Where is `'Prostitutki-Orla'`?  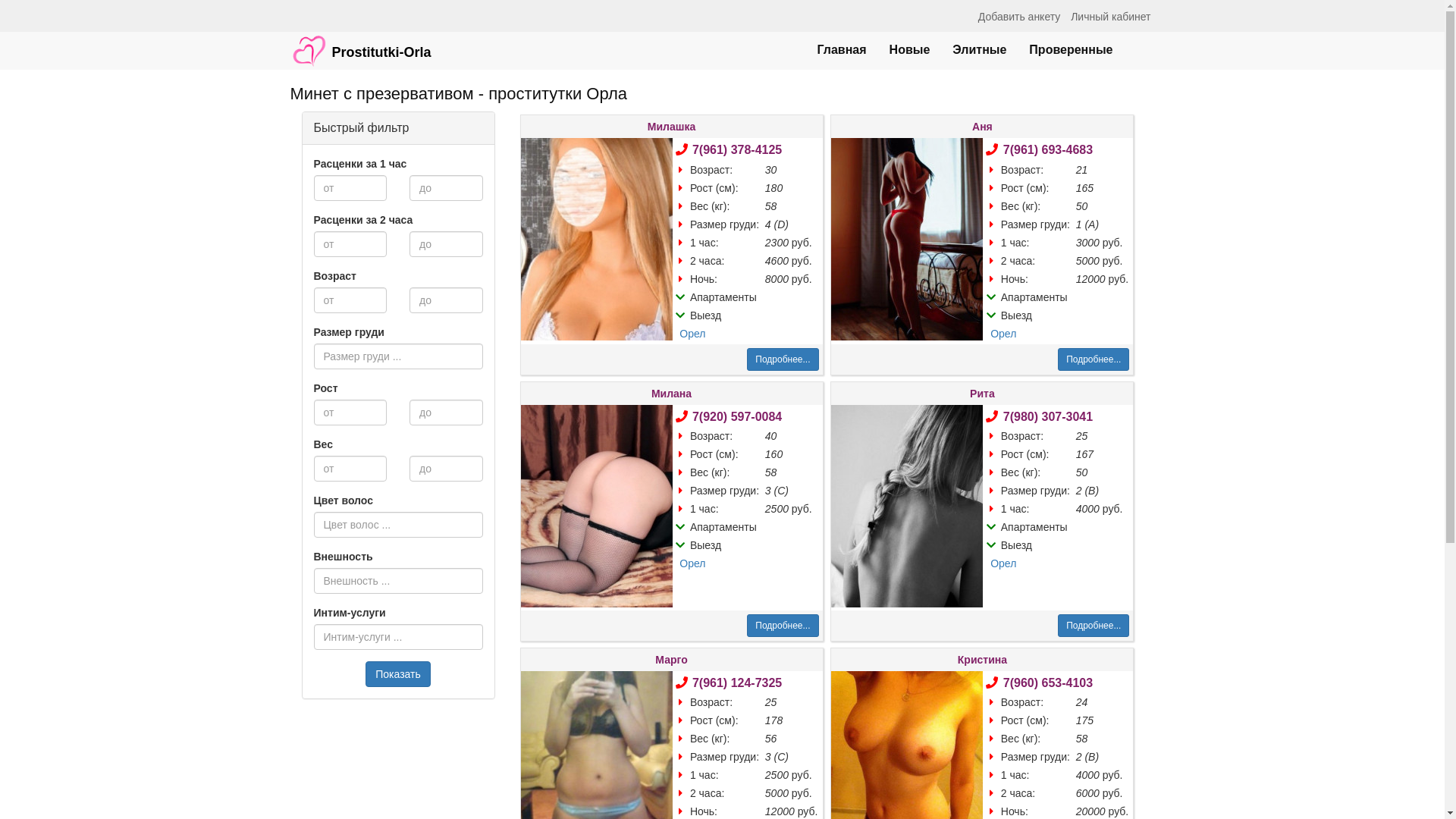 'Prostitutki-Orla' is located at coordinates (359, 42).